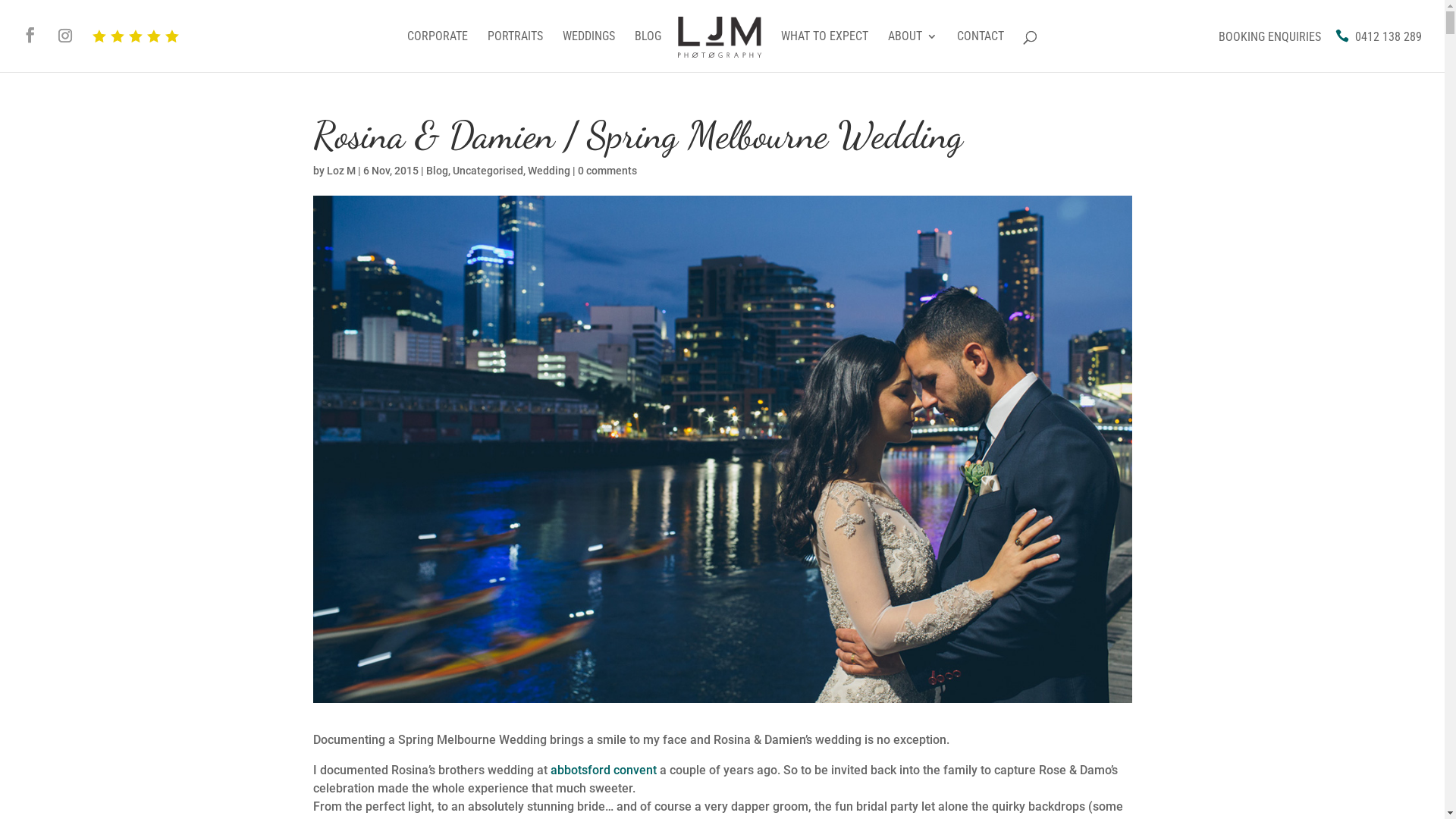 The width and height of the screenshot is (1456, 819). I want to click on 'PORTRAITS', so click(515, 51).